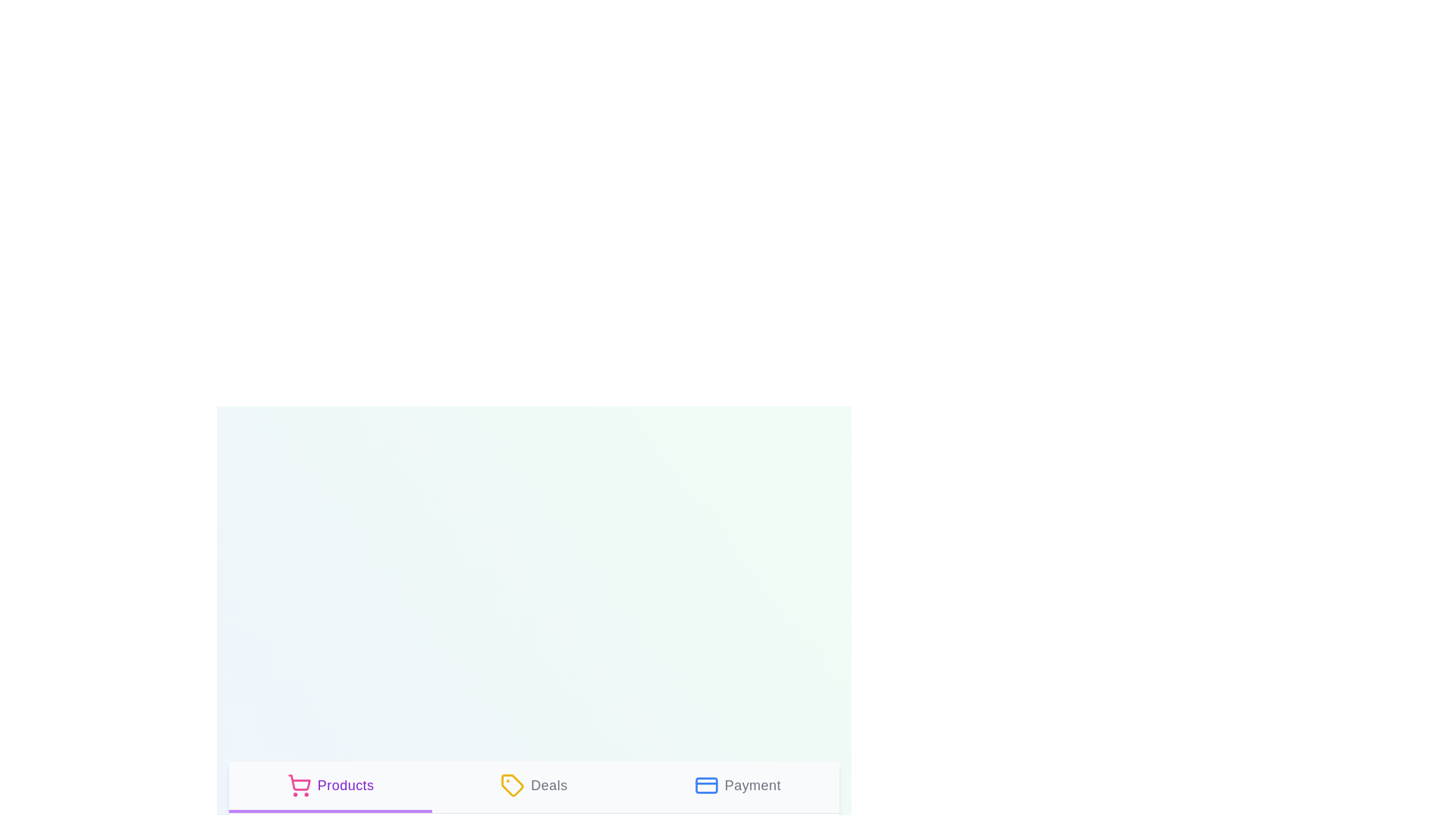 Image resolution: width=1456 pixels, height=819 pixels. I want to click on the tab labeled Products to view its description, so click(330, 786).